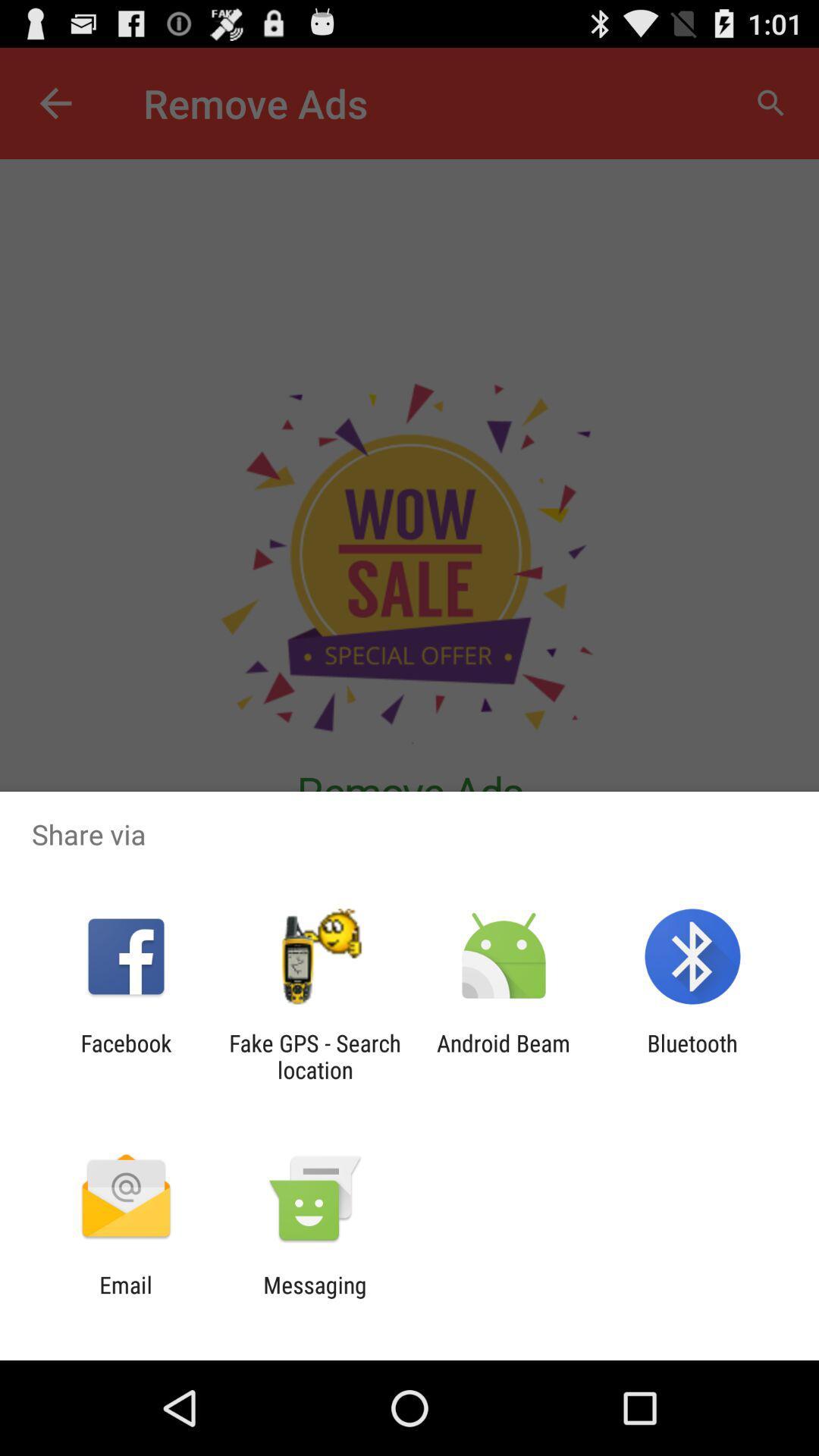 The height and width of the screenshot is (1456, 819). I want to click on the android beam, so click(504, 1056).